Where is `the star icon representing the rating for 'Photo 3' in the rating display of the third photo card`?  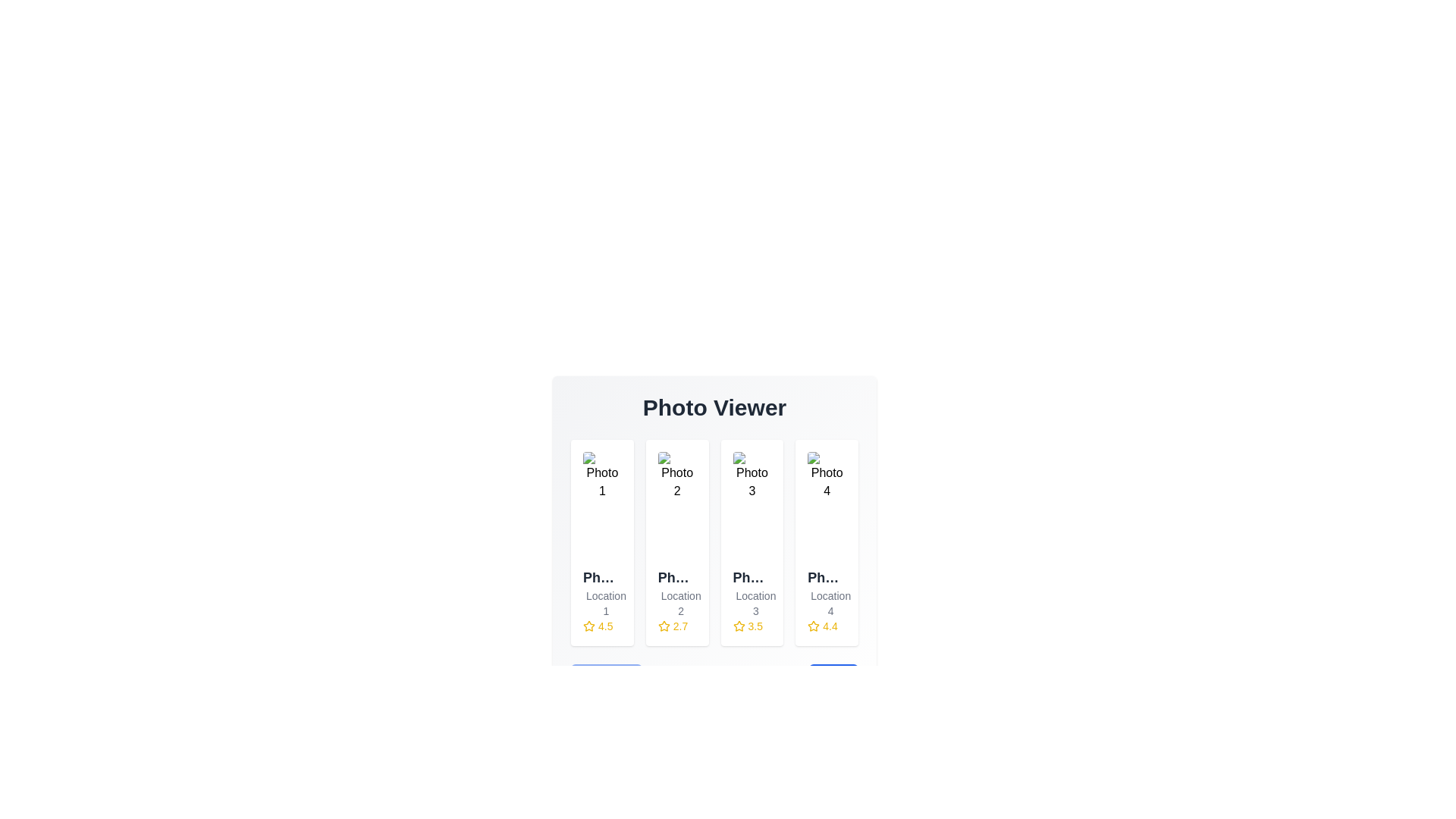
the star icon representing the rating for 'Photo 3' in the rating display of the third photo card is located at coordinates (739, 626).